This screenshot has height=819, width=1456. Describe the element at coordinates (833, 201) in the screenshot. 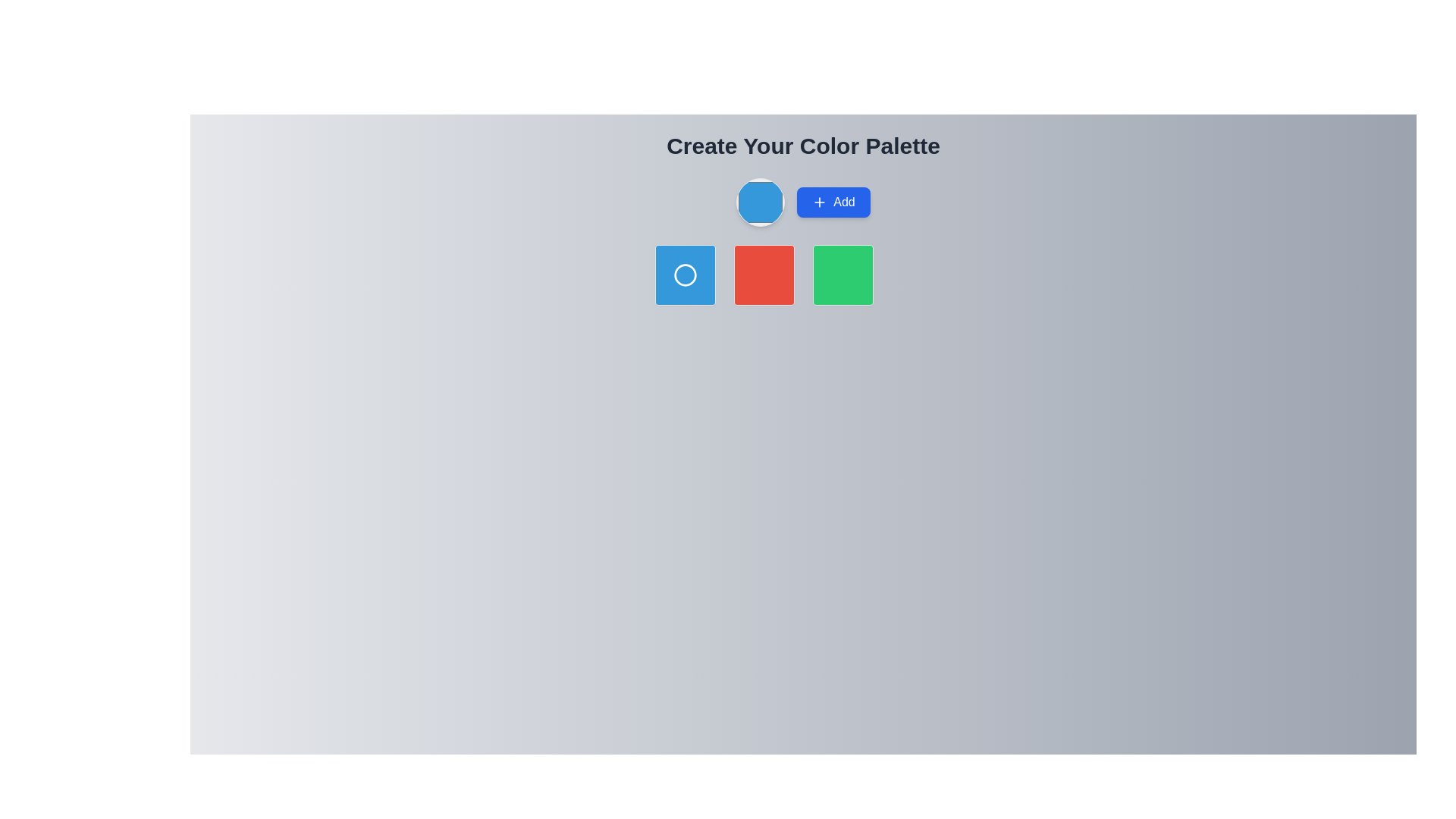

I see `the blue button labeled 'Add' with a white plus icon to potentially display a tooltip` at that location.